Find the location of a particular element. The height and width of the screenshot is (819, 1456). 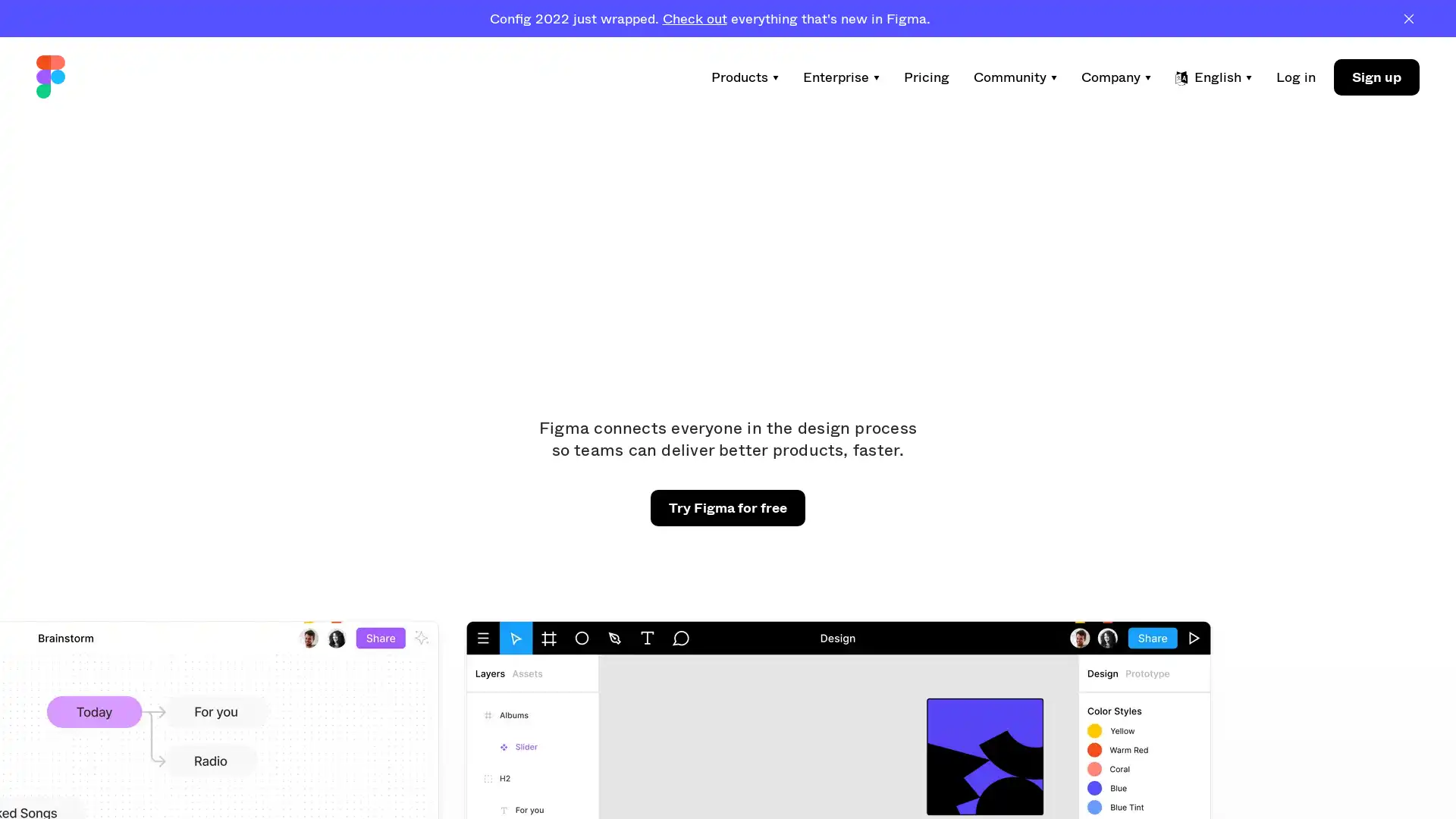

Dismiss is located at coordinates (1407, 17).